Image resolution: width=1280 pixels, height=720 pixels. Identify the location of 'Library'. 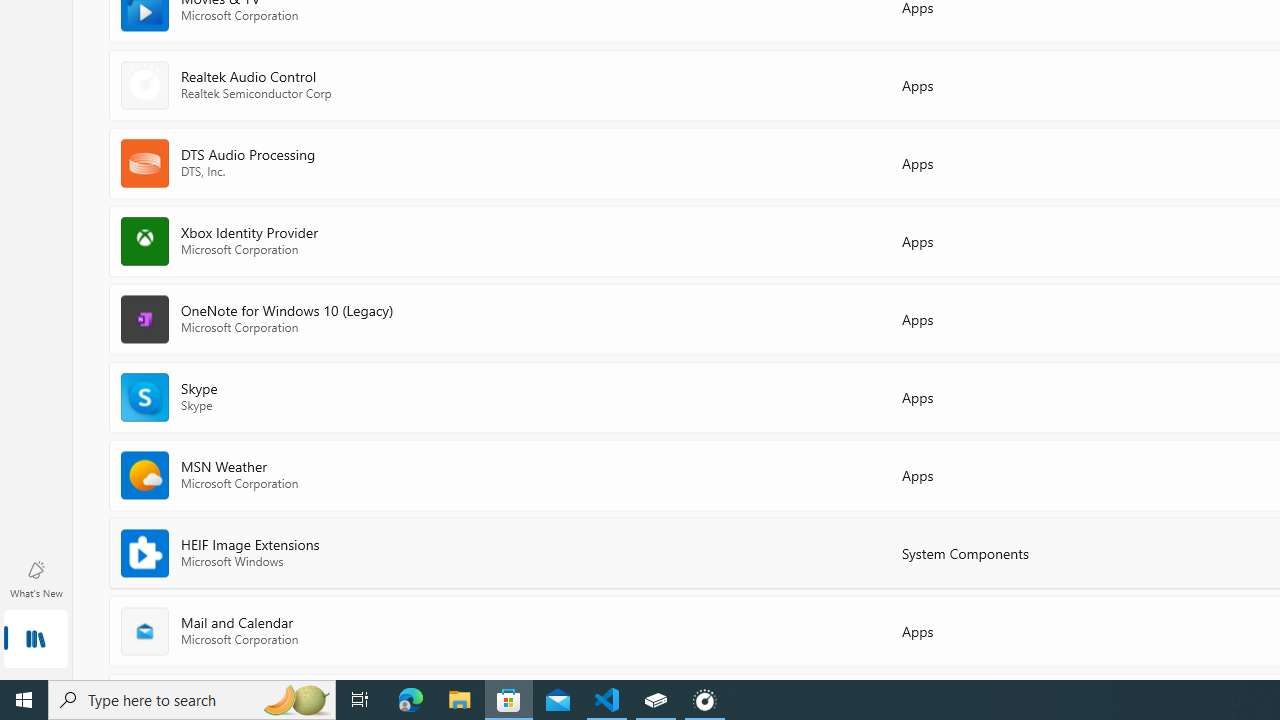
(35, 640).